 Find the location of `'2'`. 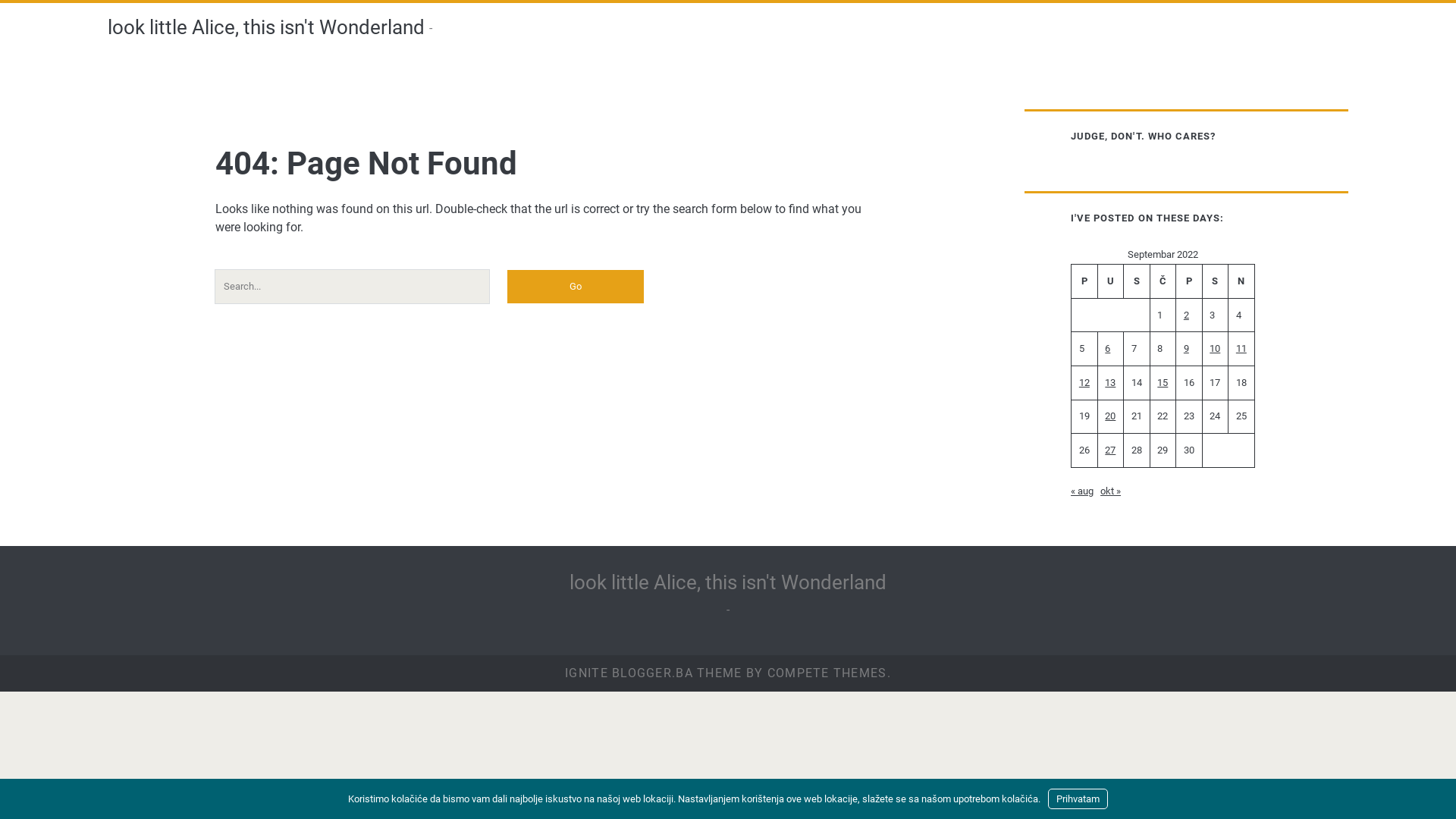

'2' is located at coordinates (1185, 314).